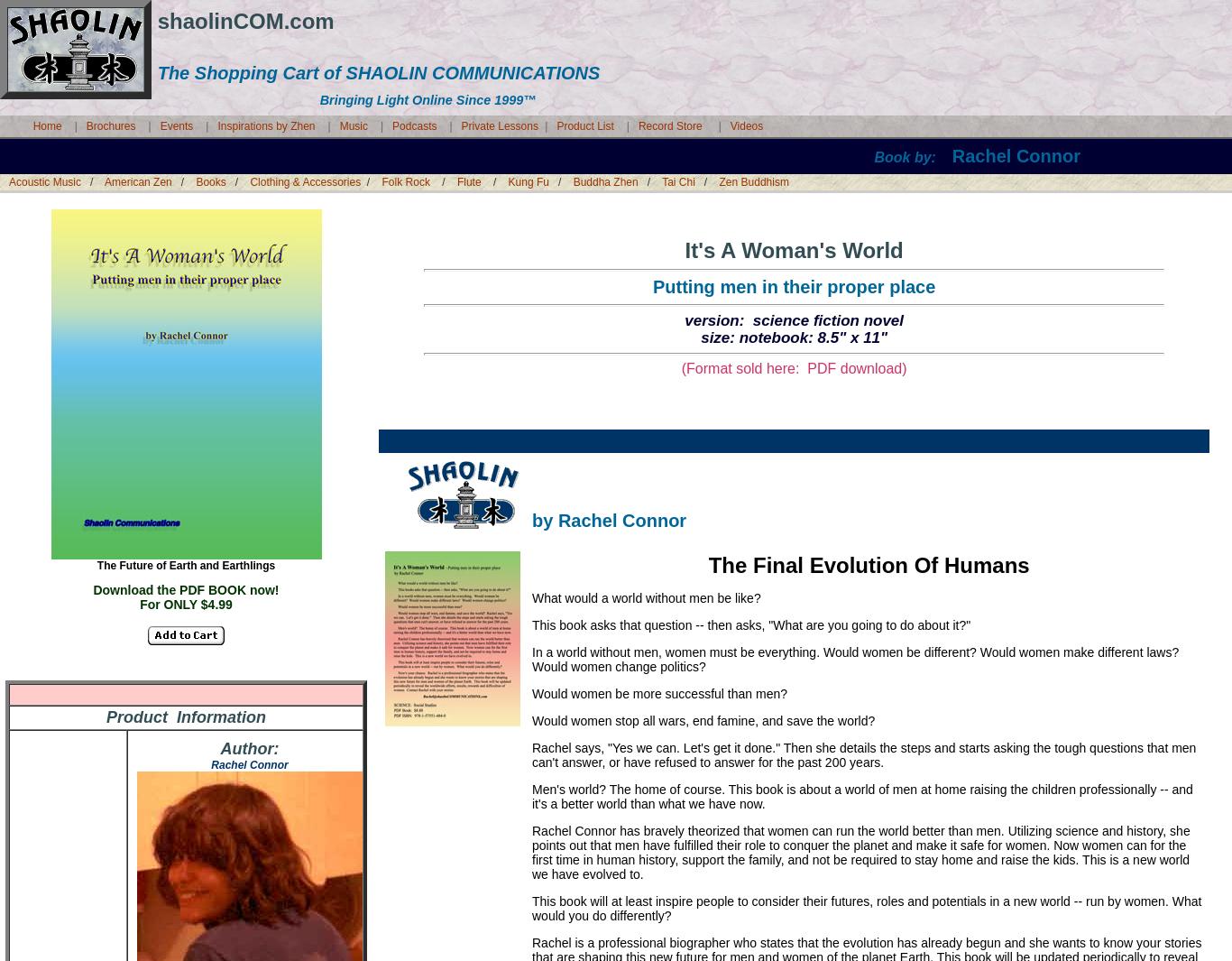  Describe the element at coordinates (792, 249) in the screenshot. I see `'It's A Woman's World'` at that location.